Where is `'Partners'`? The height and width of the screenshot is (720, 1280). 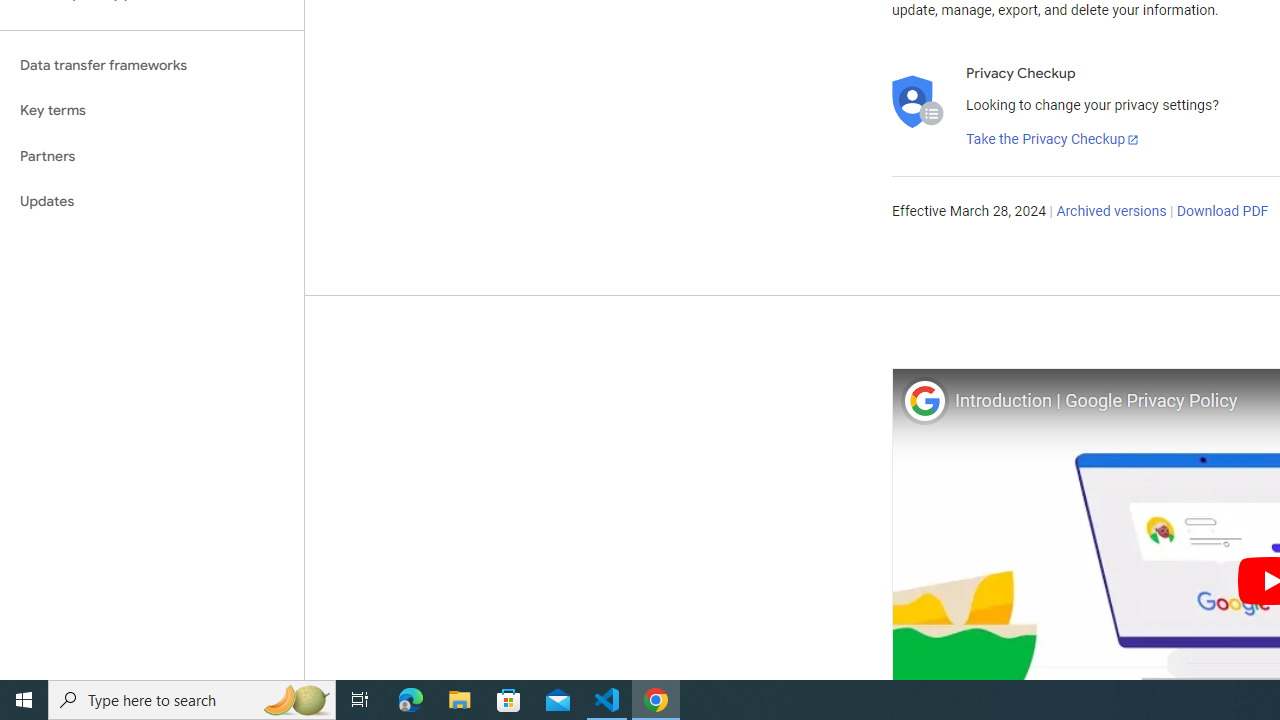 'Partners' is located at coordinates (151, 155).